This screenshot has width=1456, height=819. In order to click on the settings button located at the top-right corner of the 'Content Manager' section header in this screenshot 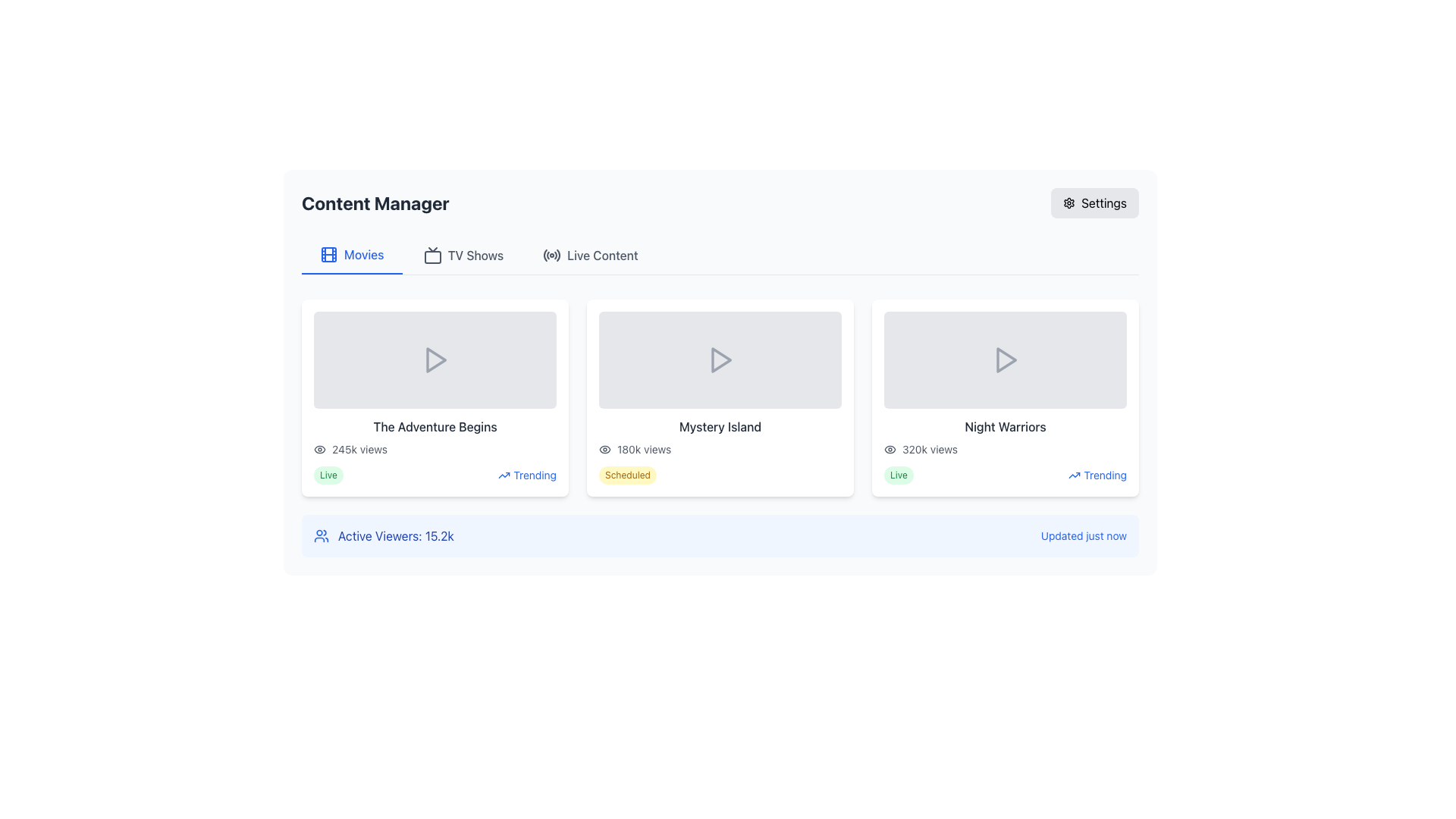, I will do `click(1095, 202)`.